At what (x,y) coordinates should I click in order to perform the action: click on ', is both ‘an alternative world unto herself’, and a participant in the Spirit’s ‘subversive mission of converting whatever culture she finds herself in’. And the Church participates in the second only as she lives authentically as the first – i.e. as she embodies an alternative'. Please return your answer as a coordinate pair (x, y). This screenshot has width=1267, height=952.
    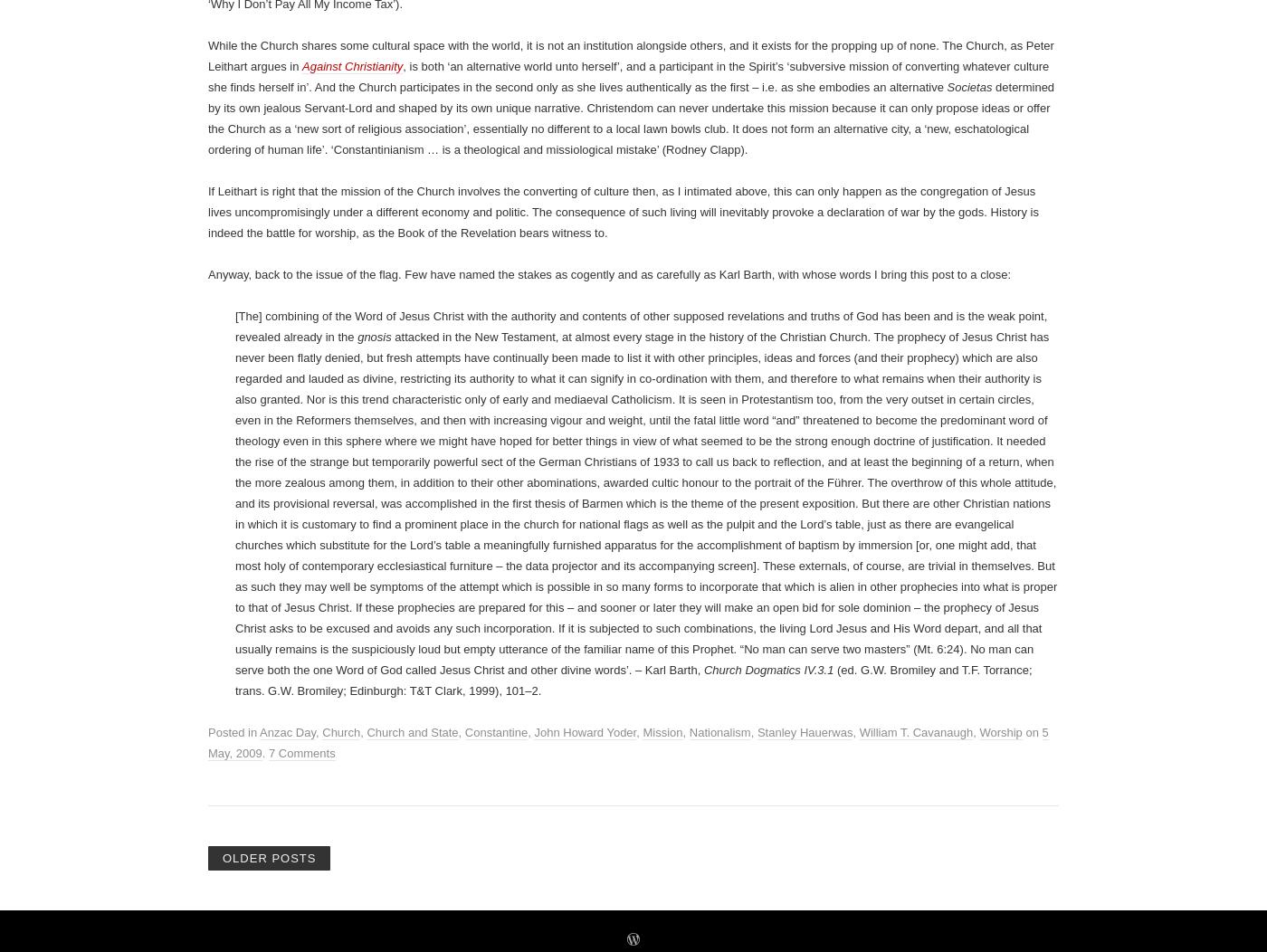
    Looking at the image, I should click on (628, 770).